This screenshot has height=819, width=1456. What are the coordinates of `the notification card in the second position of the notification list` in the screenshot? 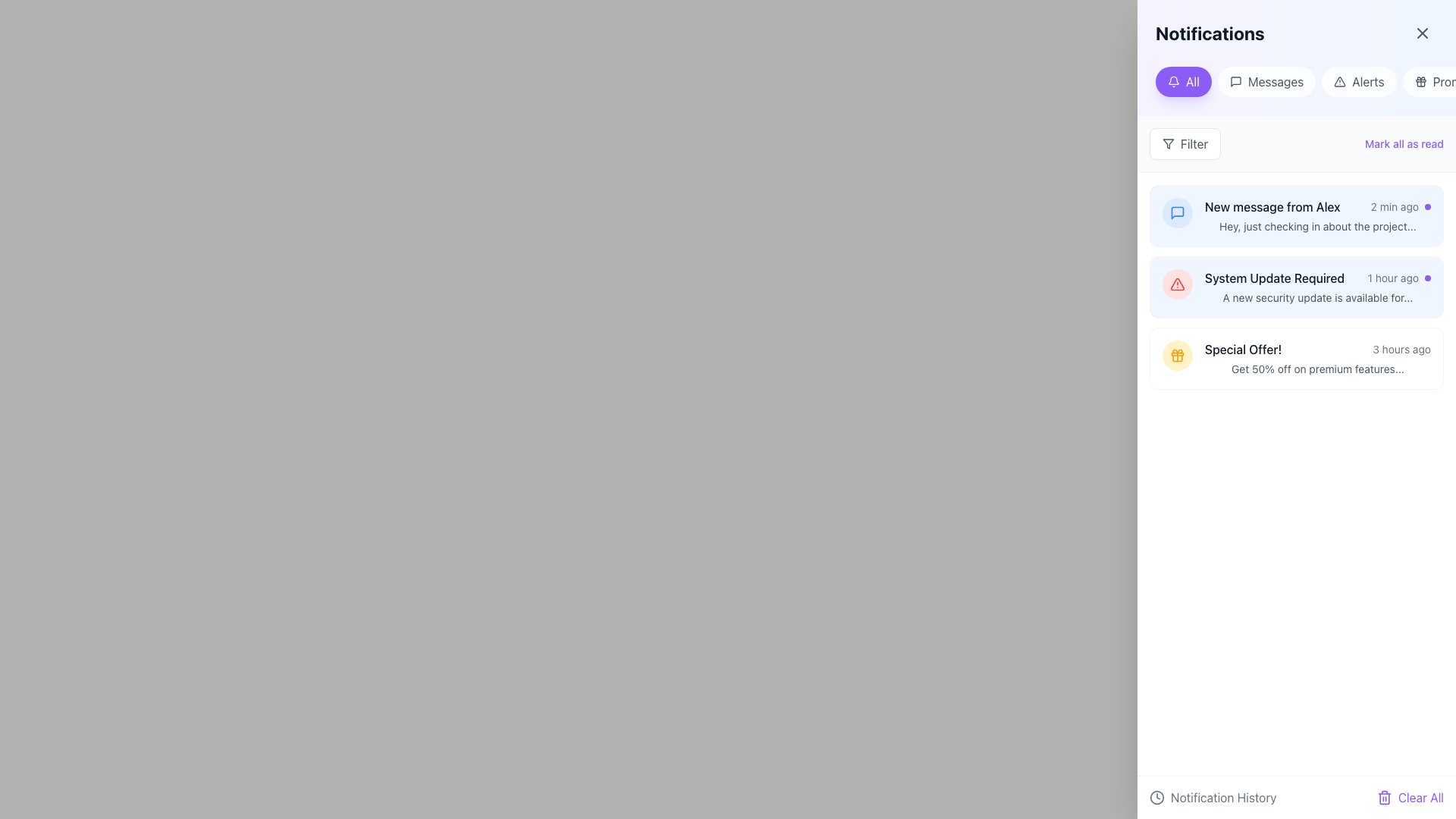 It's located at (1316, 287).